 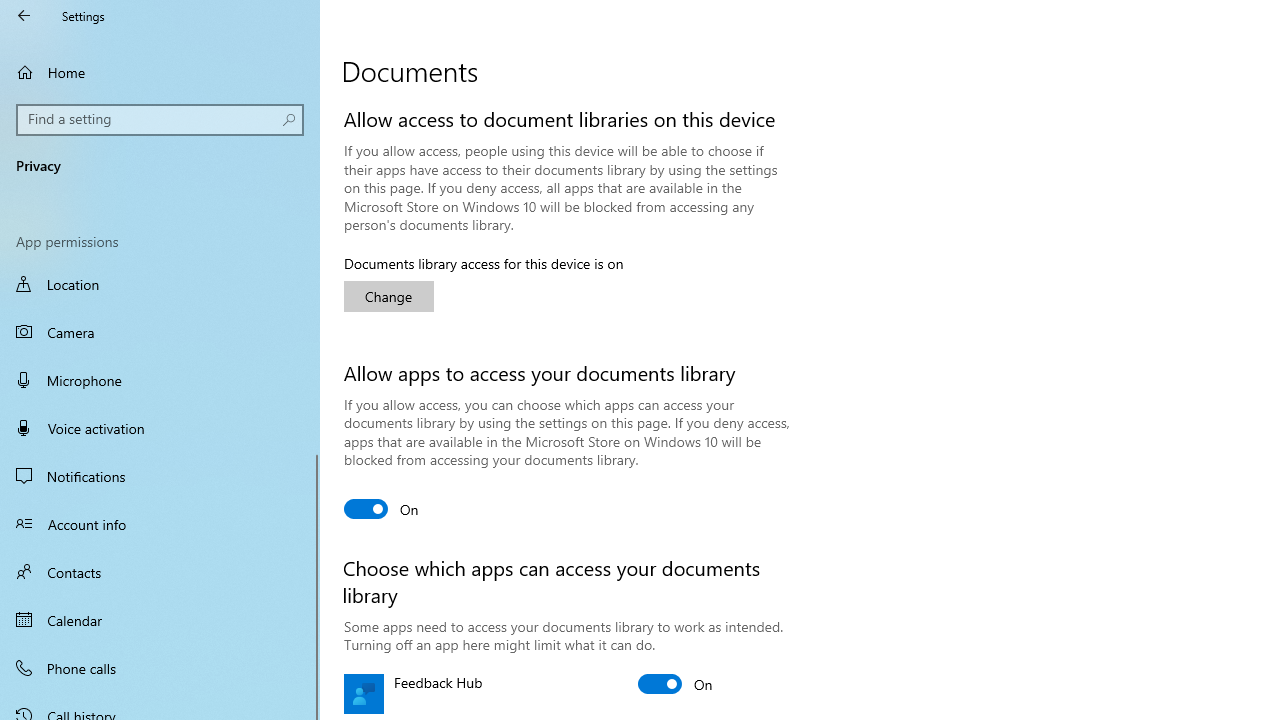 What do you see at coordinates (160, 119) in the screenshot?
I see `'Search box, Find a setting'` at bounding box center [160, 119].